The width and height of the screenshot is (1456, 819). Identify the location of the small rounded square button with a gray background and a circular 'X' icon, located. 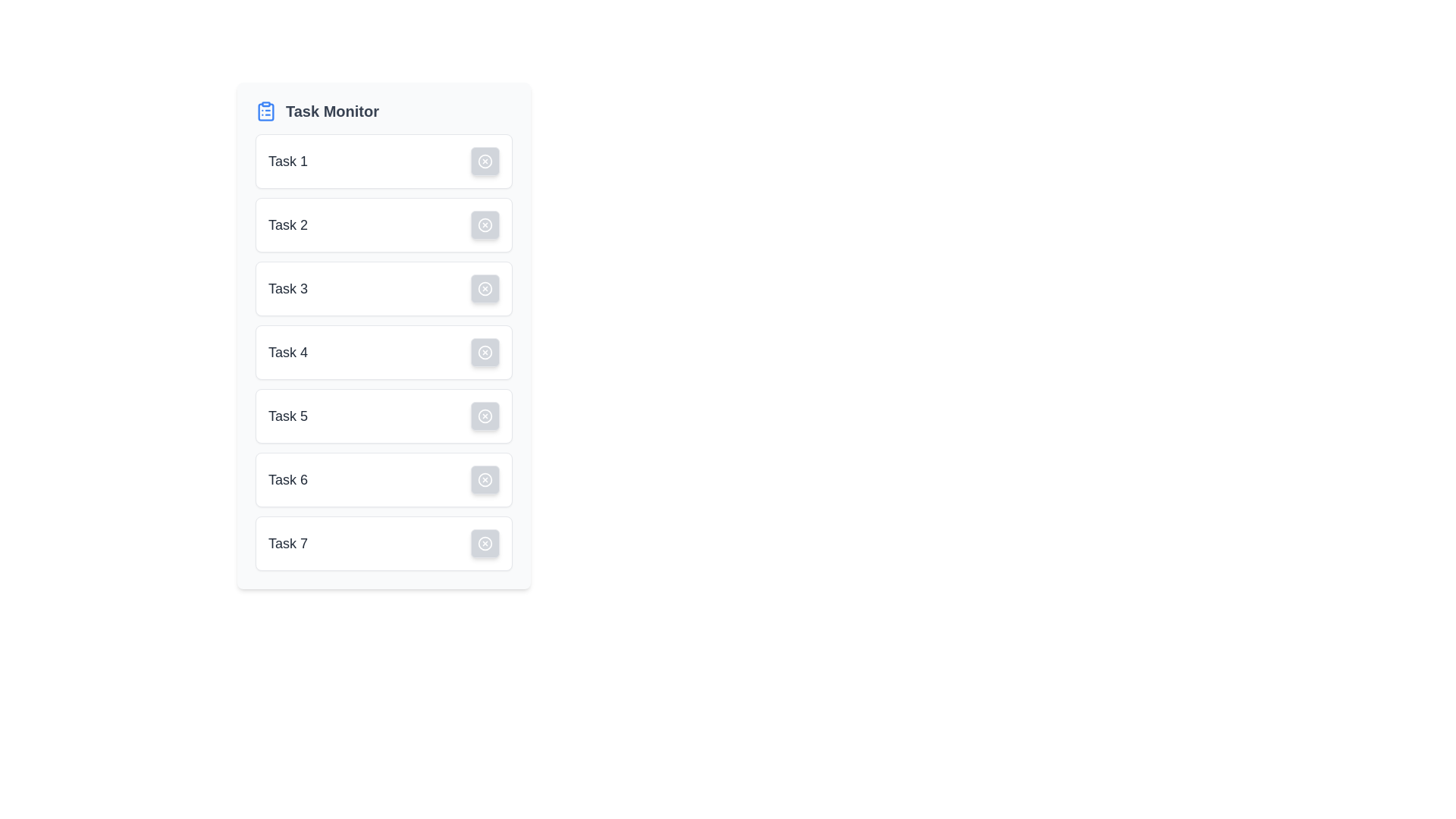
(484, 353).